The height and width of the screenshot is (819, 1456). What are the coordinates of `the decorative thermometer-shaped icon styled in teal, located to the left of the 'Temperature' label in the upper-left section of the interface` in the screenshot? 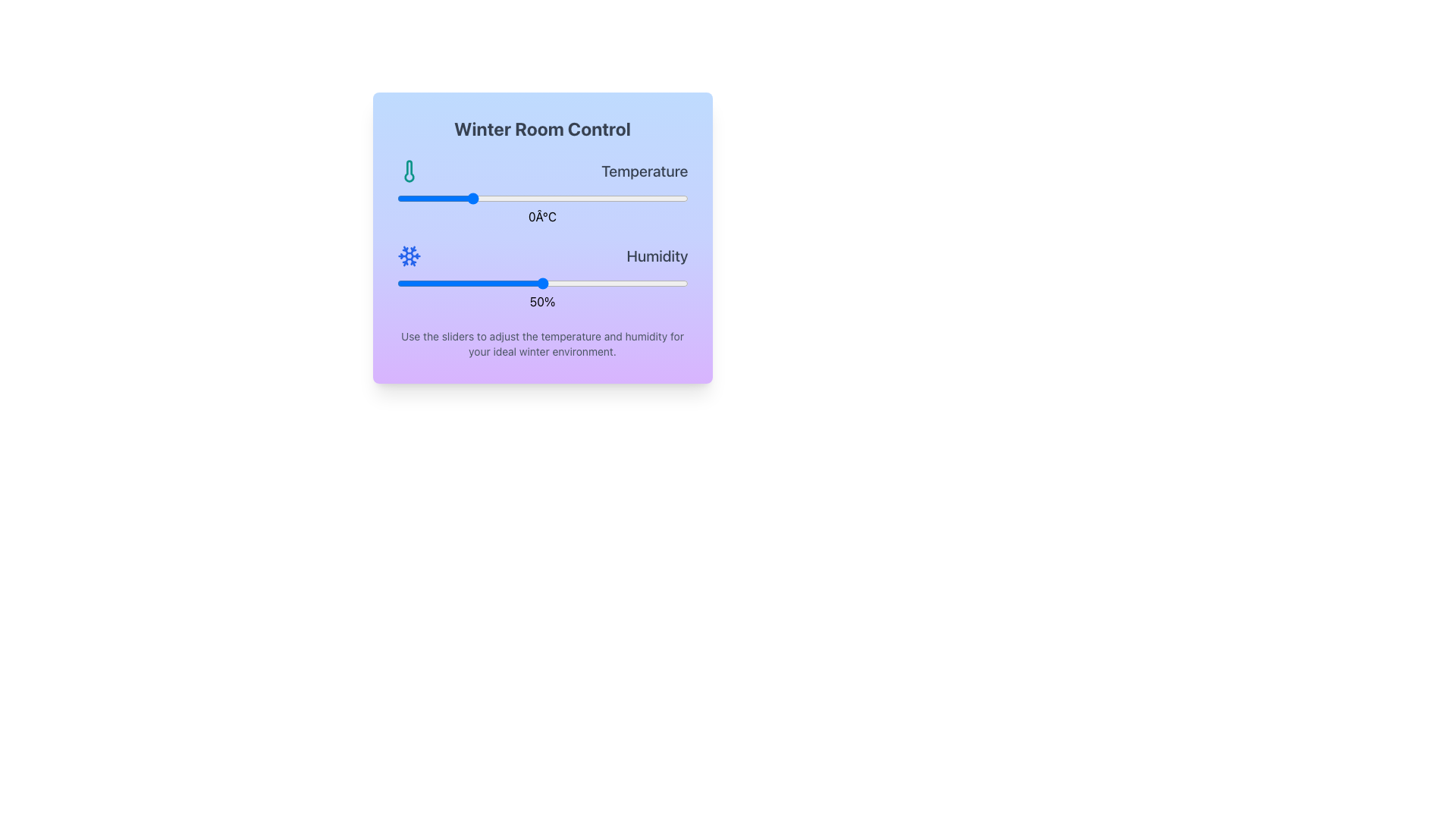 It's located at (409, 171).